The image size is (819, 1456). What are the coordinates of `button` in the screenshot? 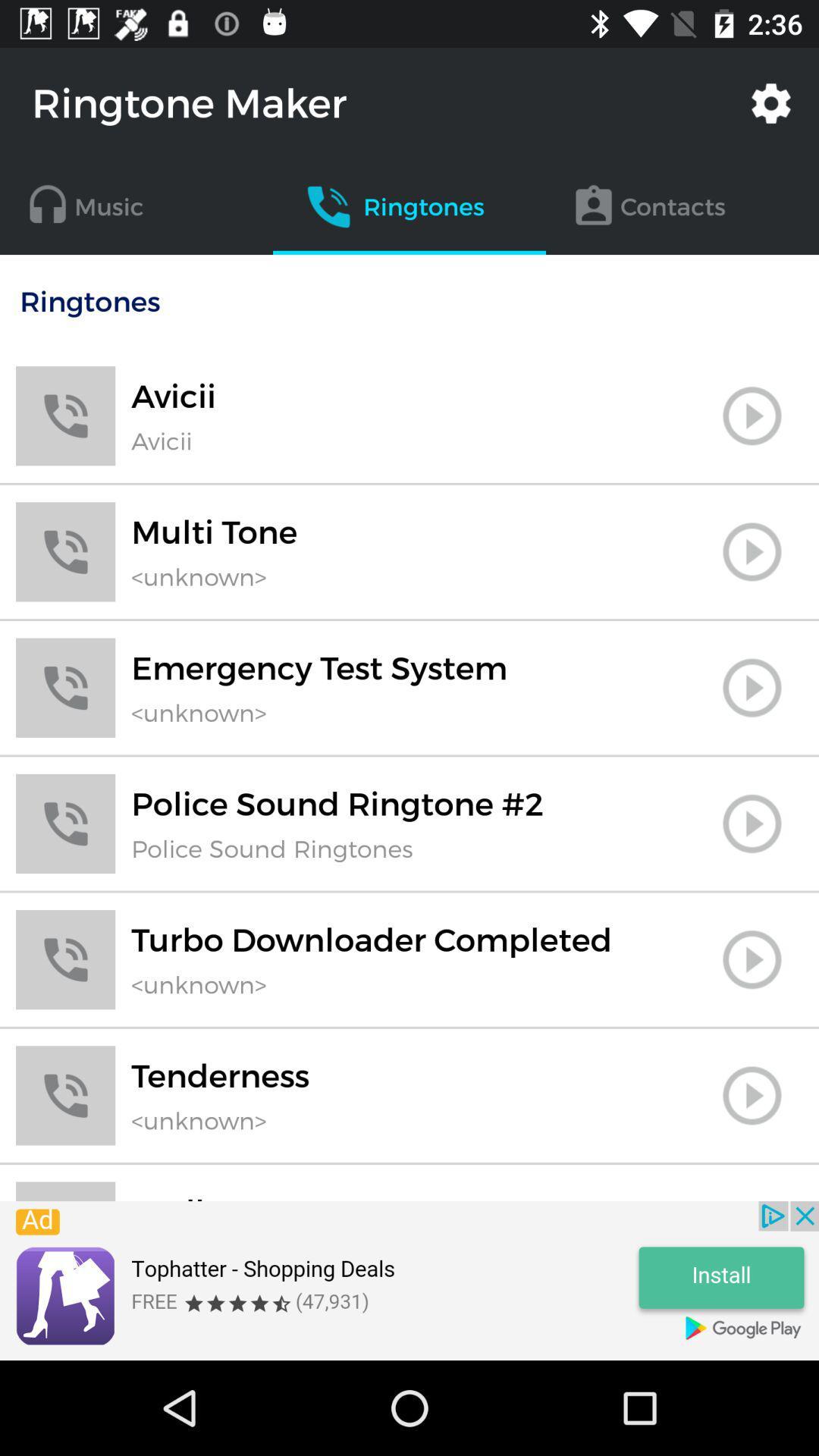 It's located at (752, 959).